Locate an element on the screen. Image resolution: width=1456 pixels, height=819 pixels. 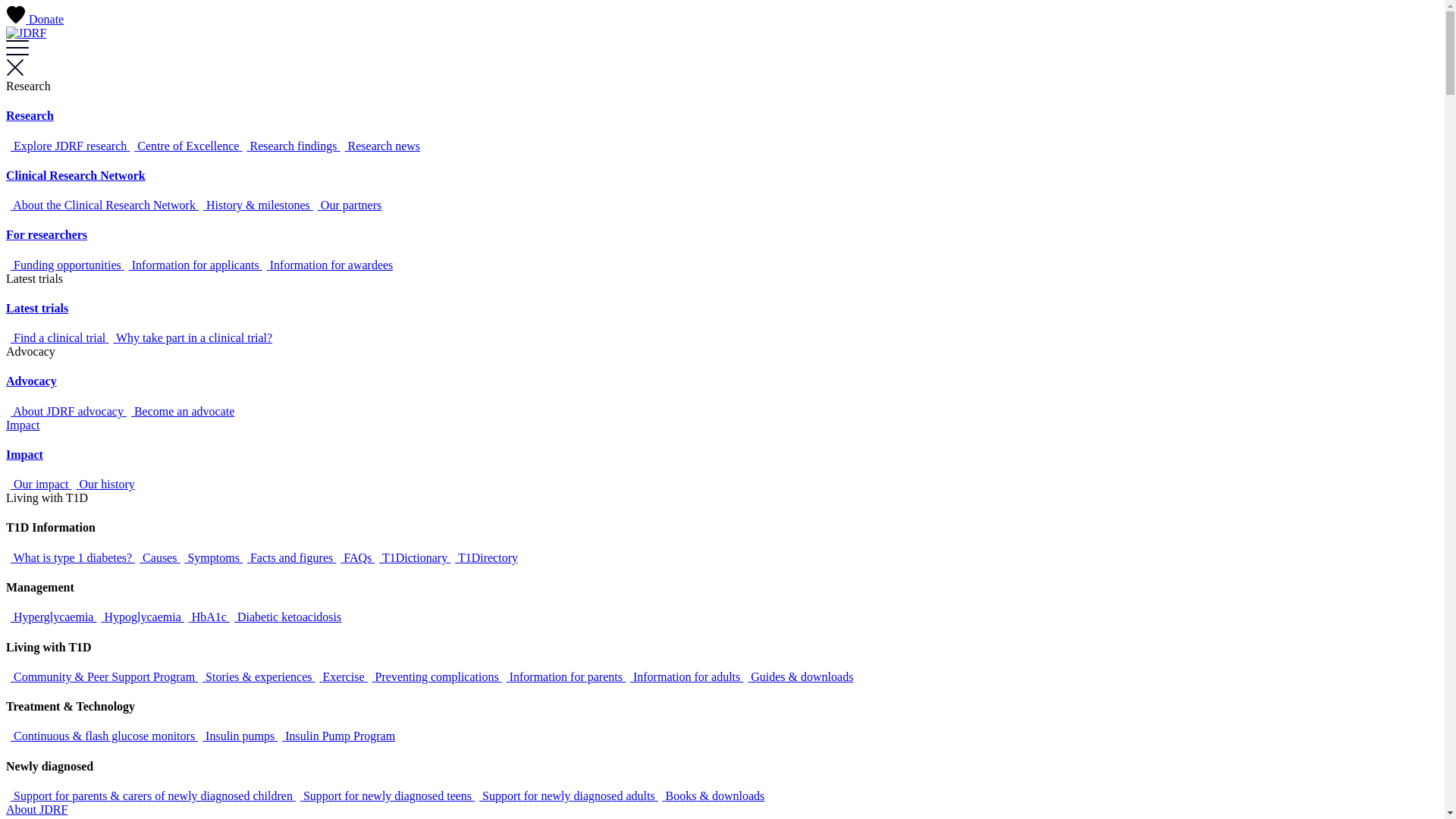
'Impact' is located at coordinates (22, 425).